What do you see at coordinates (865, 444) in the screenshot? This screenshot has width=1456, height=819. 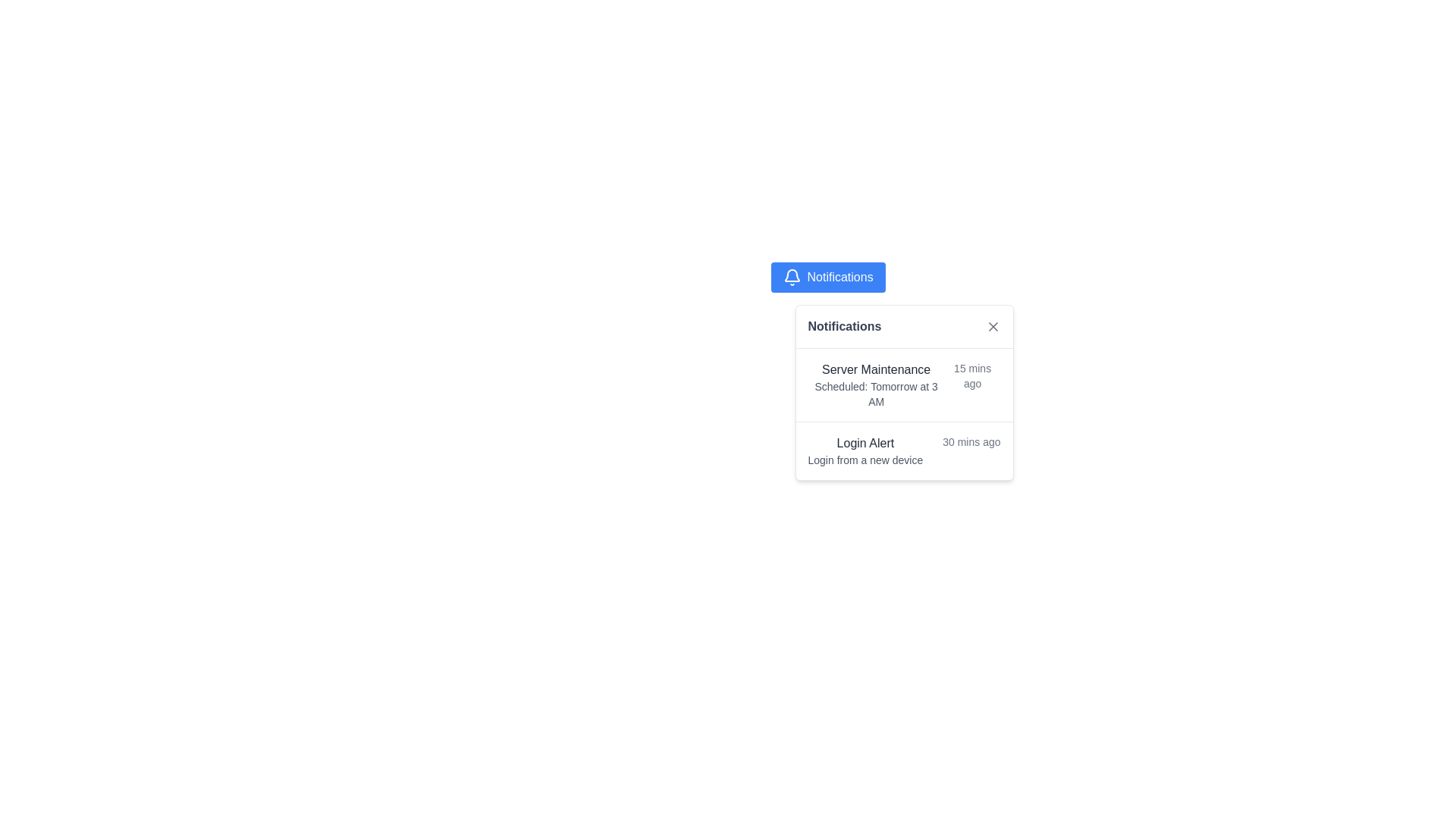 I see `the text label that serves as a title or headline for a notification in the second notification entry, located just above the descriptive text 'Login from a new device'` at bounding box center [865, 444].